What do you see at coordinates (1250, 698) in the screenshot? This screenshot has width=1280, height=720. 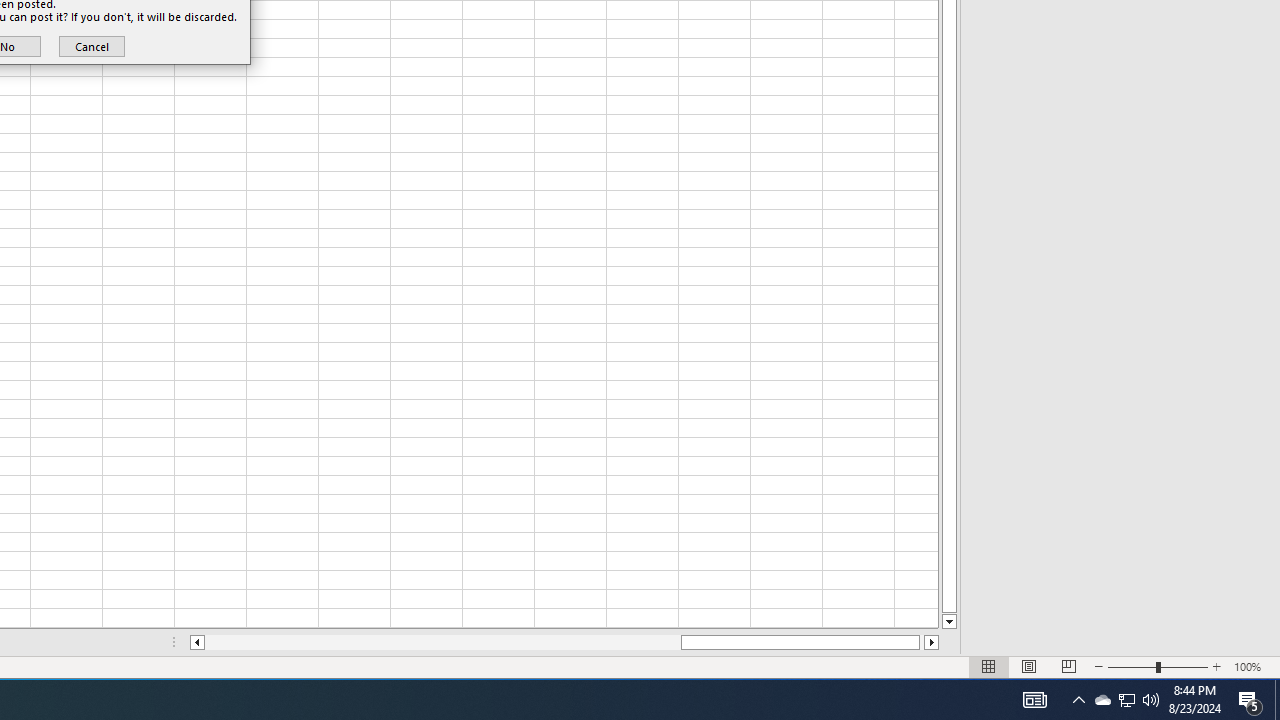 I see `'Action Center, 5 new notifications'` at bounding box center [1250, 698].